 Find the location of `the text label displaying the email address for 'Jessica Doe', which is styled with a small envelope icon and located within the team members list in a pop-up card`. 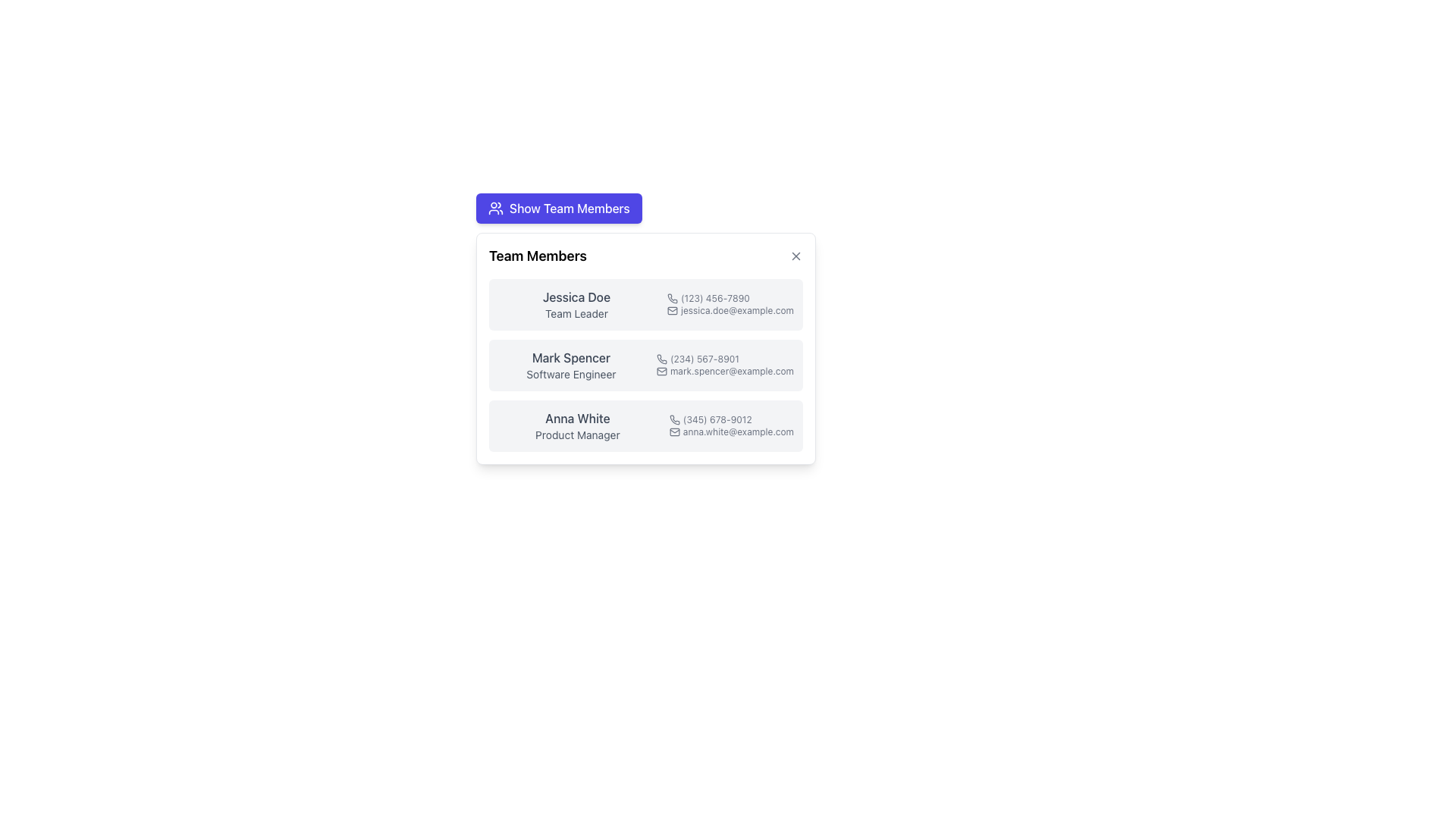

the text label displaying the email address for 'Jessica Doe', which is styled with a small envelope icon and located within the team members list in a pop-up card is located at coordinates (730, 309).